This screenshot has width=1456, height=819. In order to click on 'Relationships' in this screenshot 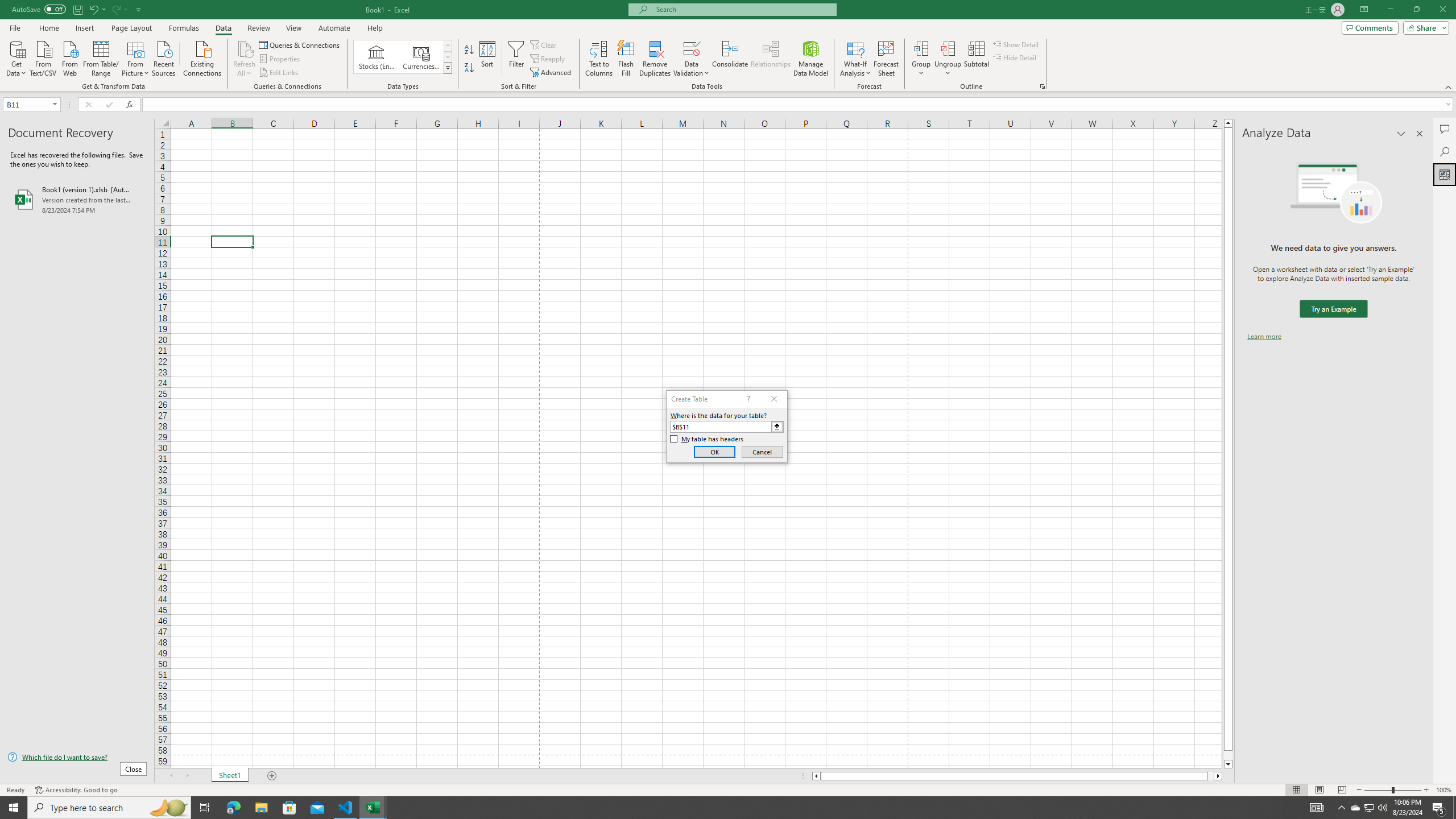, I will do `click(770, 59)`.